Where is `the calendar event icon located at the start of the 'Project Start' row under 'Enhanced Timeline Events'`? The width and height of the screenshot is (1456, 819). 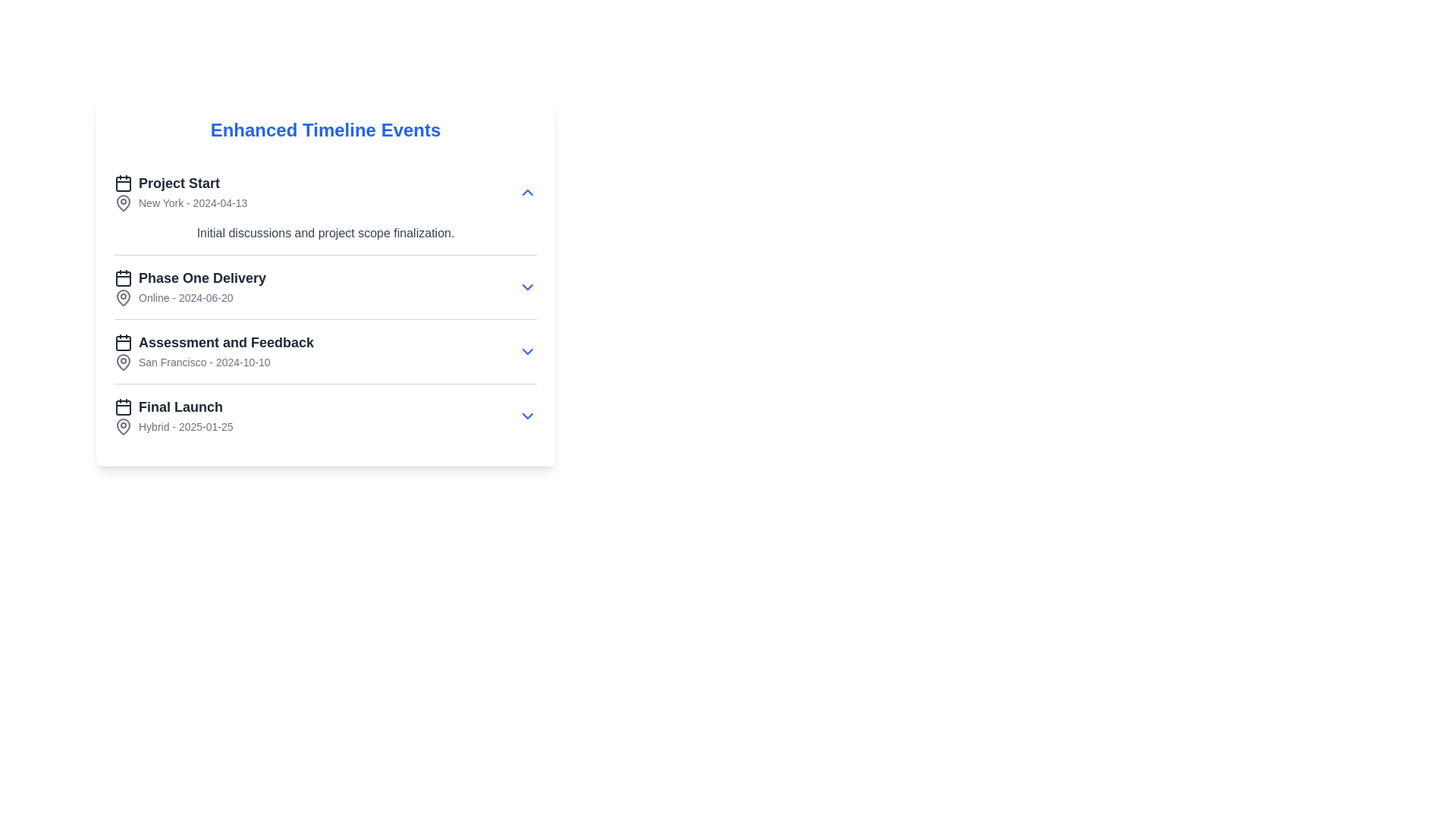
the calendar event icon located at the start of the 'Project Start' row under 'Enhanced Timeline Events' is located at coordinates (124, 183).